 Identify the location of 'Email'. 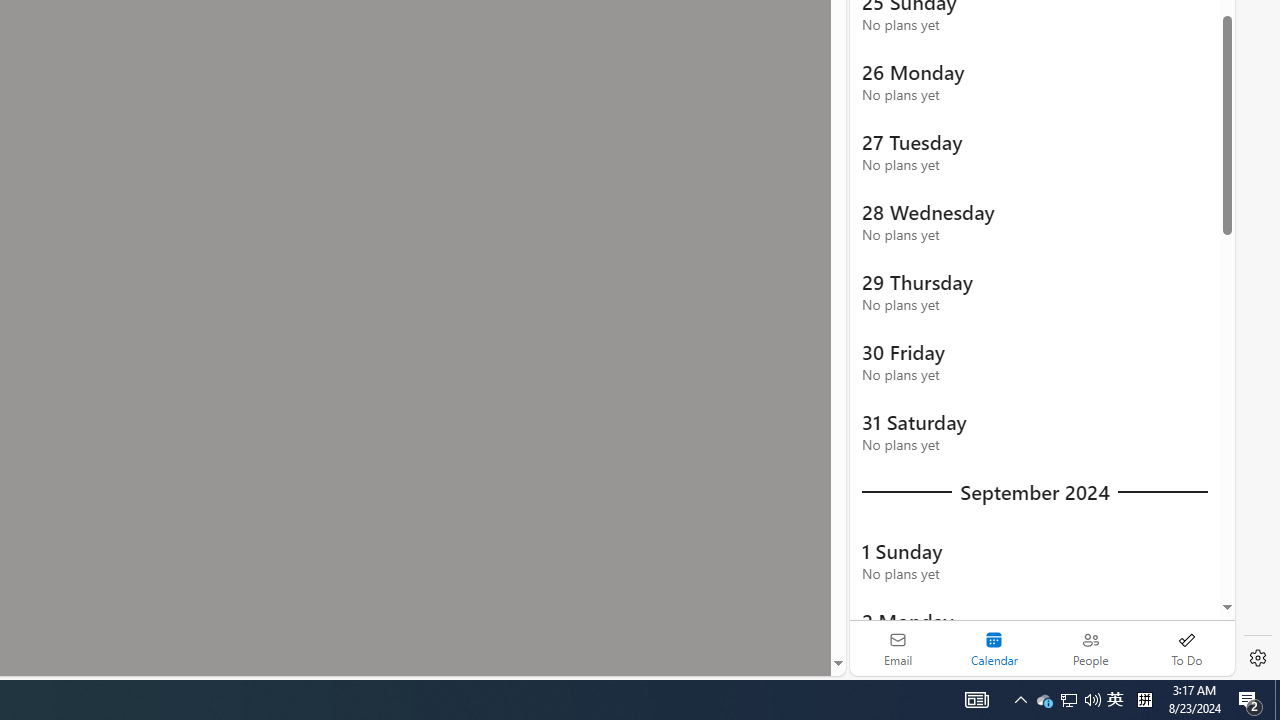
(897, 648).